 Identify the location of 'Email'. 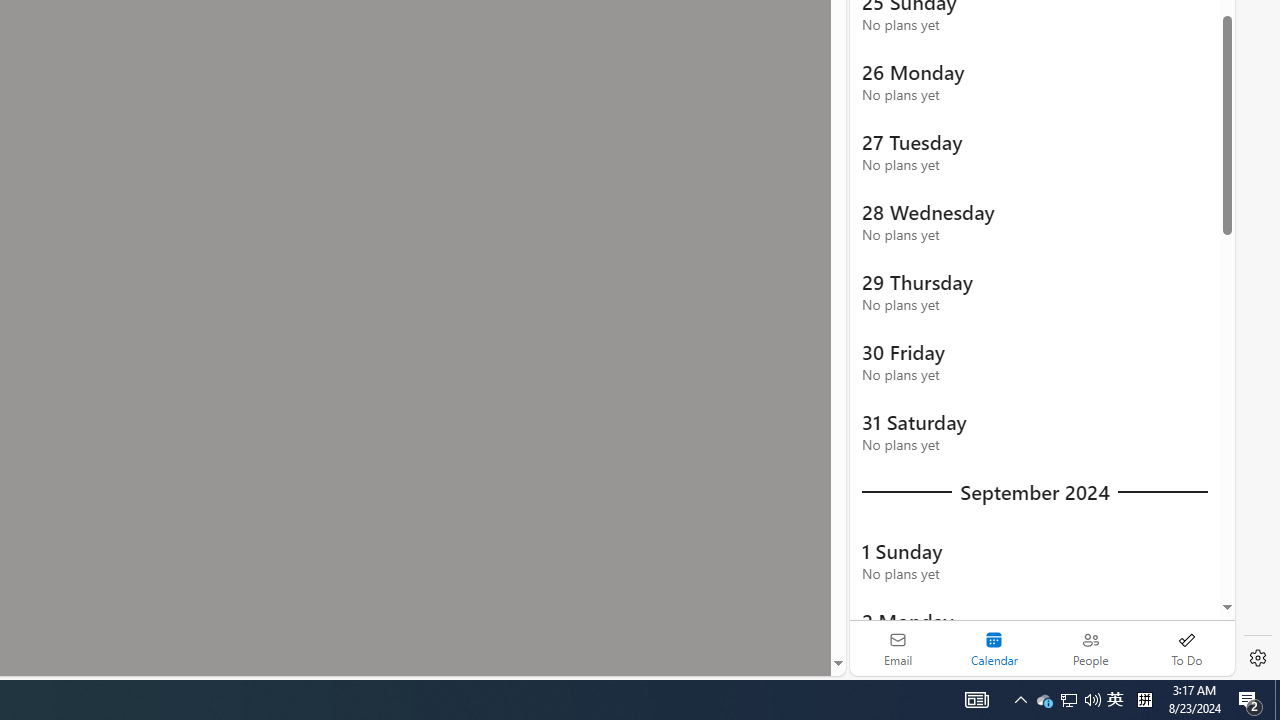
(897, 648).